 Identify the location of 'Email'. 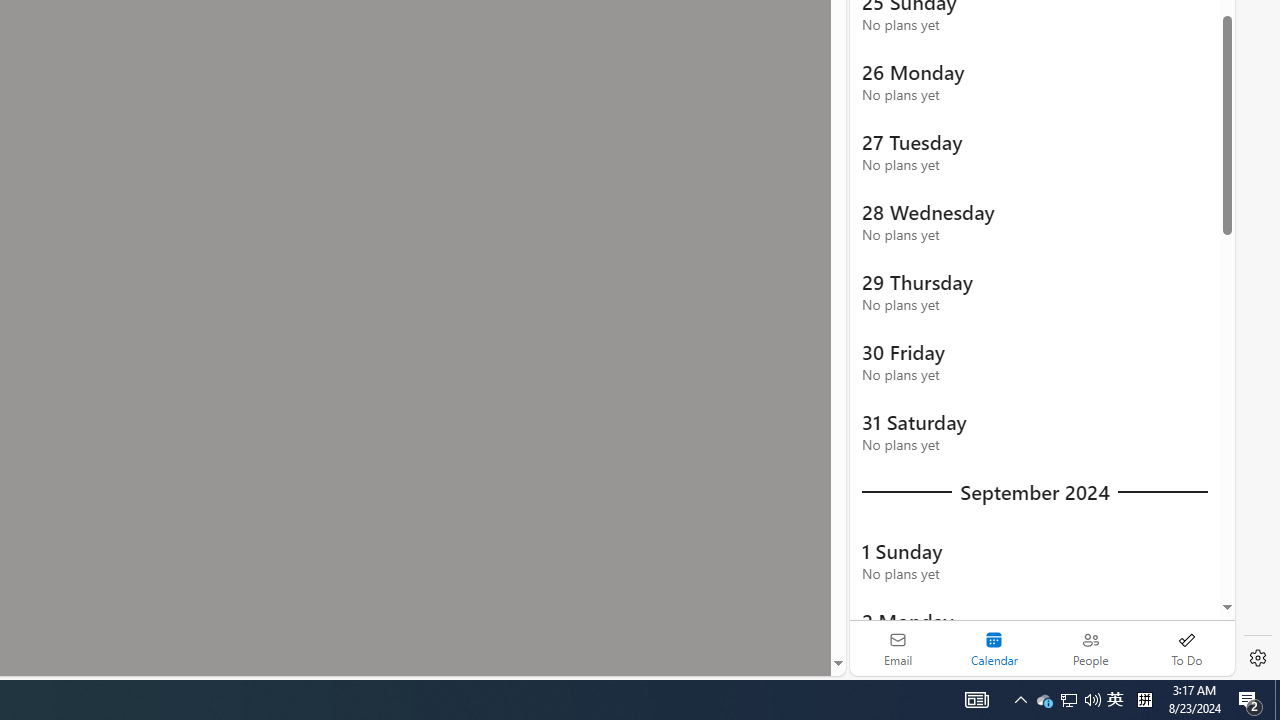
(897, 648).